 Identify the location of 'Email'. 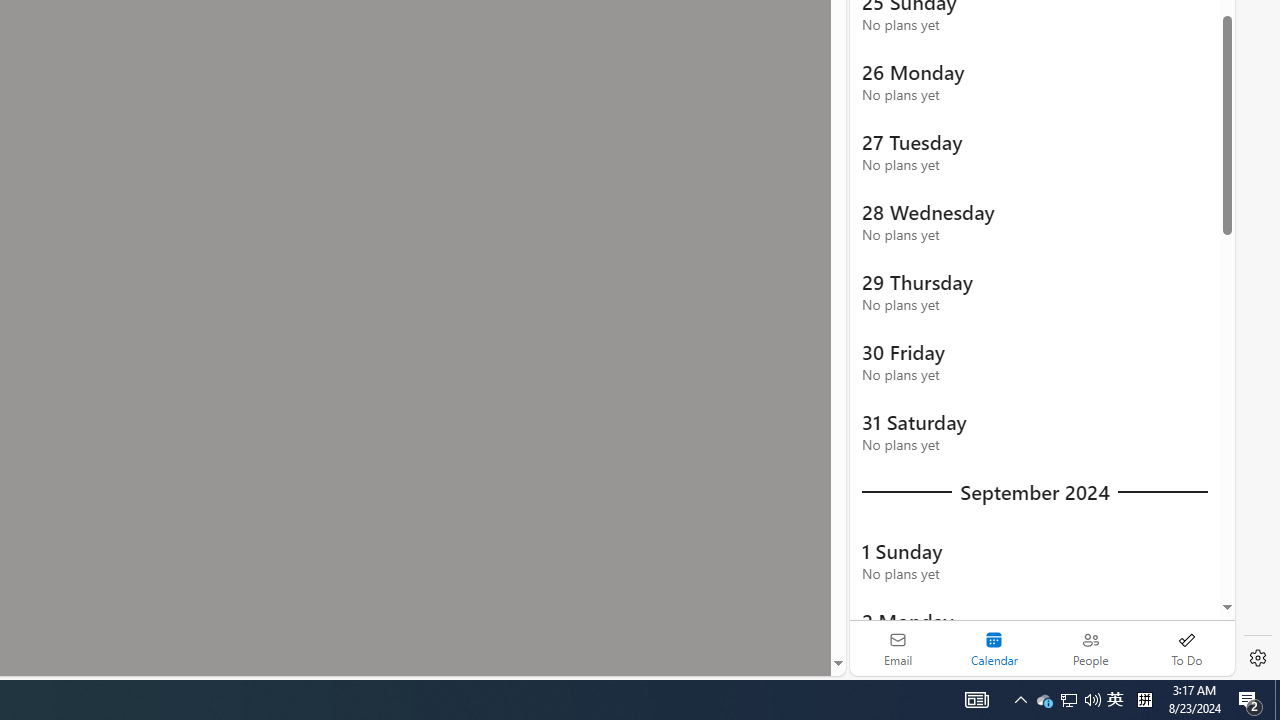
(897, 648).